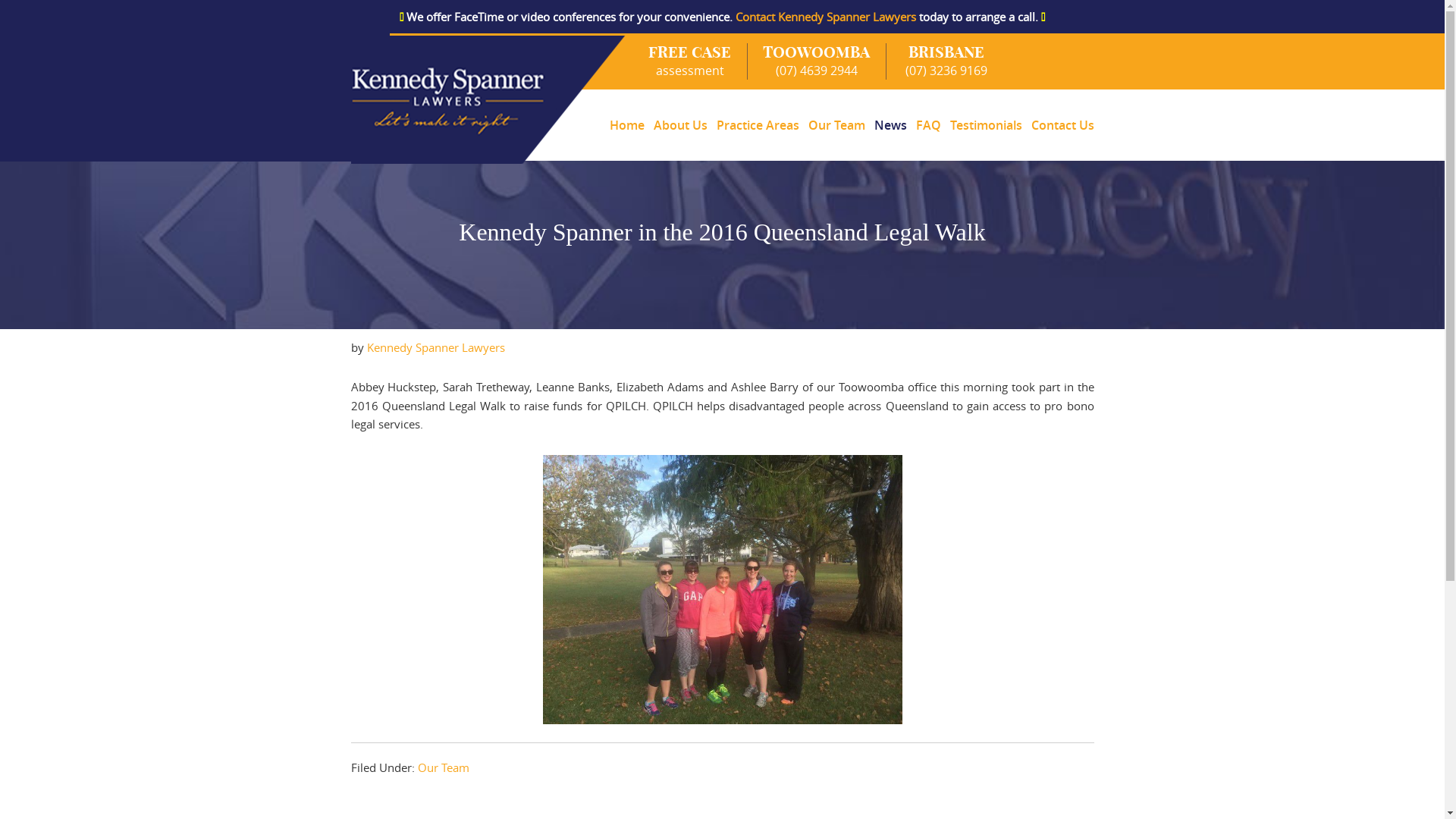 This screenshot has width=1456, height=819. What do you see at coordinates (825, 17) in the screenshot?
I see `'Contact Kennedy Spanner Lawyers'` at bounding box center [825, 17].